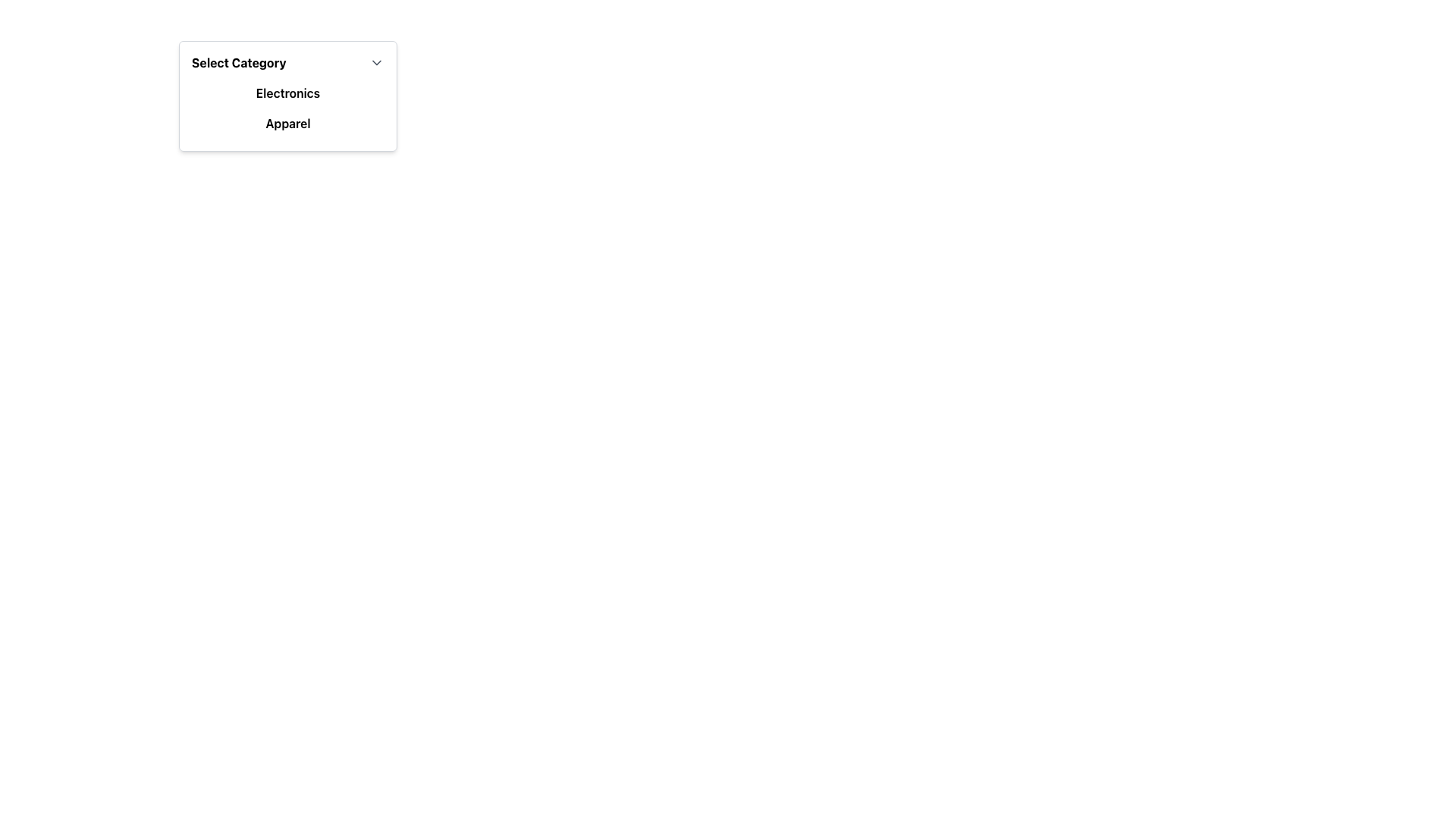 This screenshot has height=819, width=1456. Describe the element at coordinates (287, 122) in the screenshot. I see `the 'Apparel' option in the dropdown menu` at that location.